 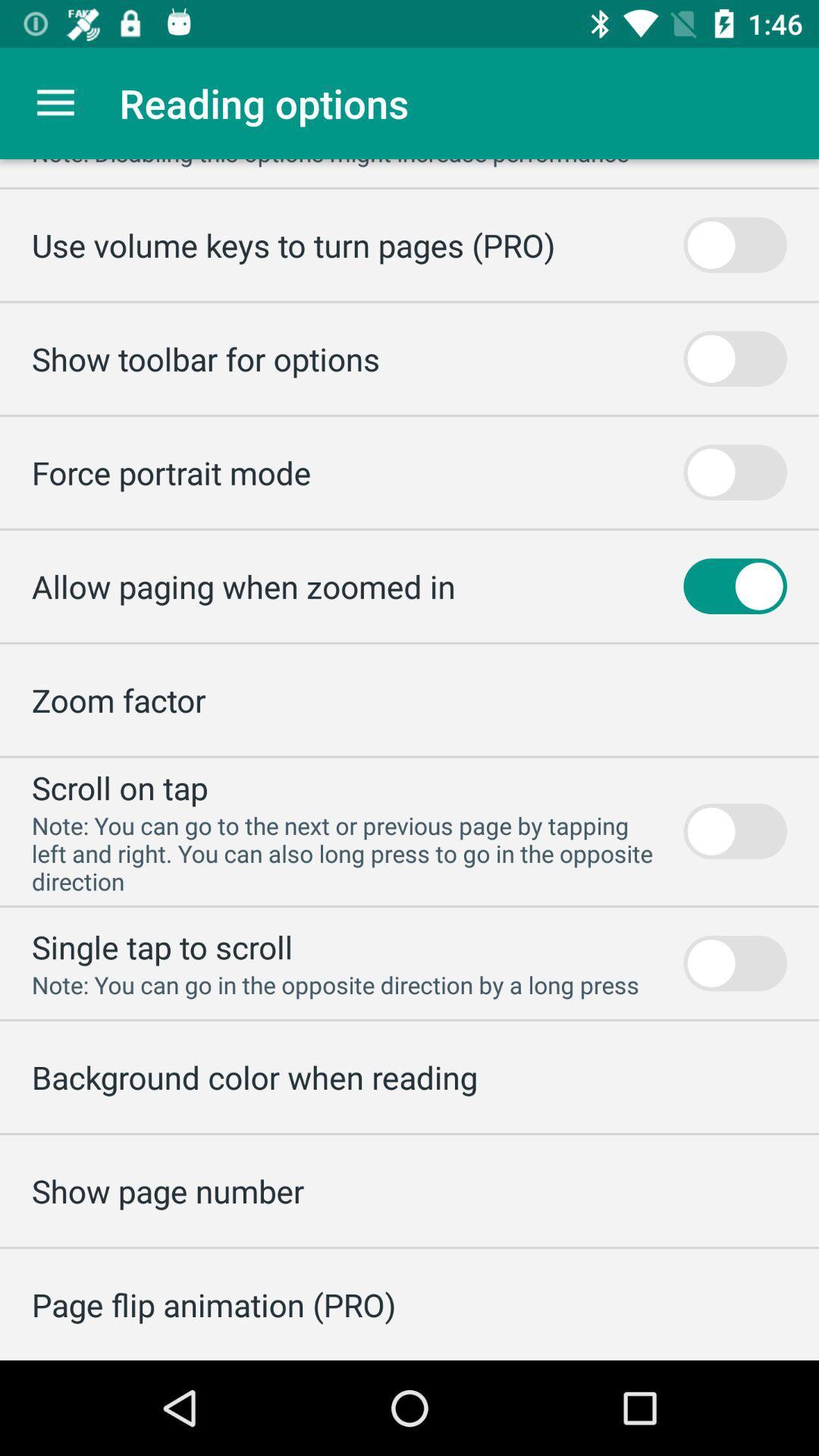 What do you see at coordinates (253, 1076) in the screenshot?
I see `the background color when item` at bounding box center [253, 1076].